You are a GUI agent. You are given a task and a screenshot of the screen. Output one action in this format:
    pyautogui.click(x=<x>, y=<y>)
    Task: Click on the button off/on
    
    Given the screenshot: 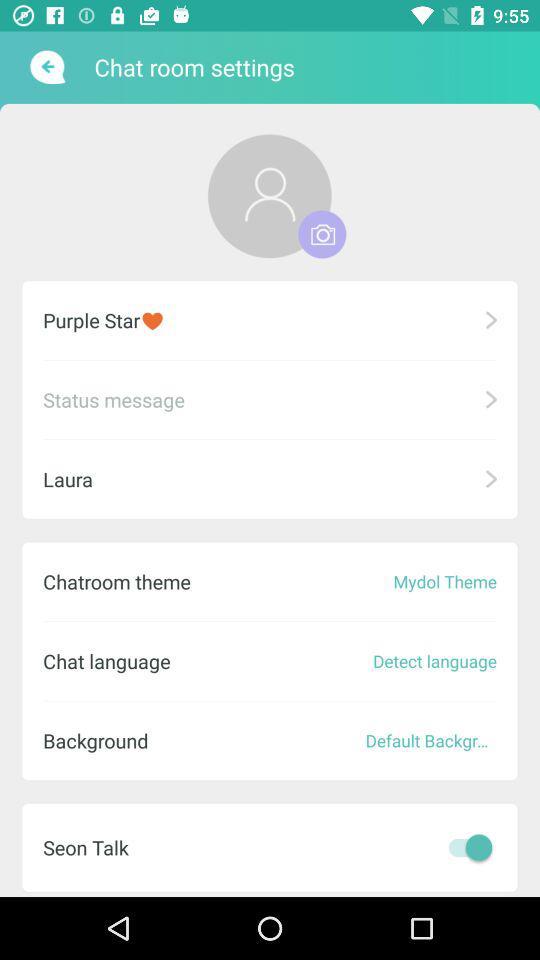 What is the action you would take?
    pyautogui.click(x=465, y=846)
    